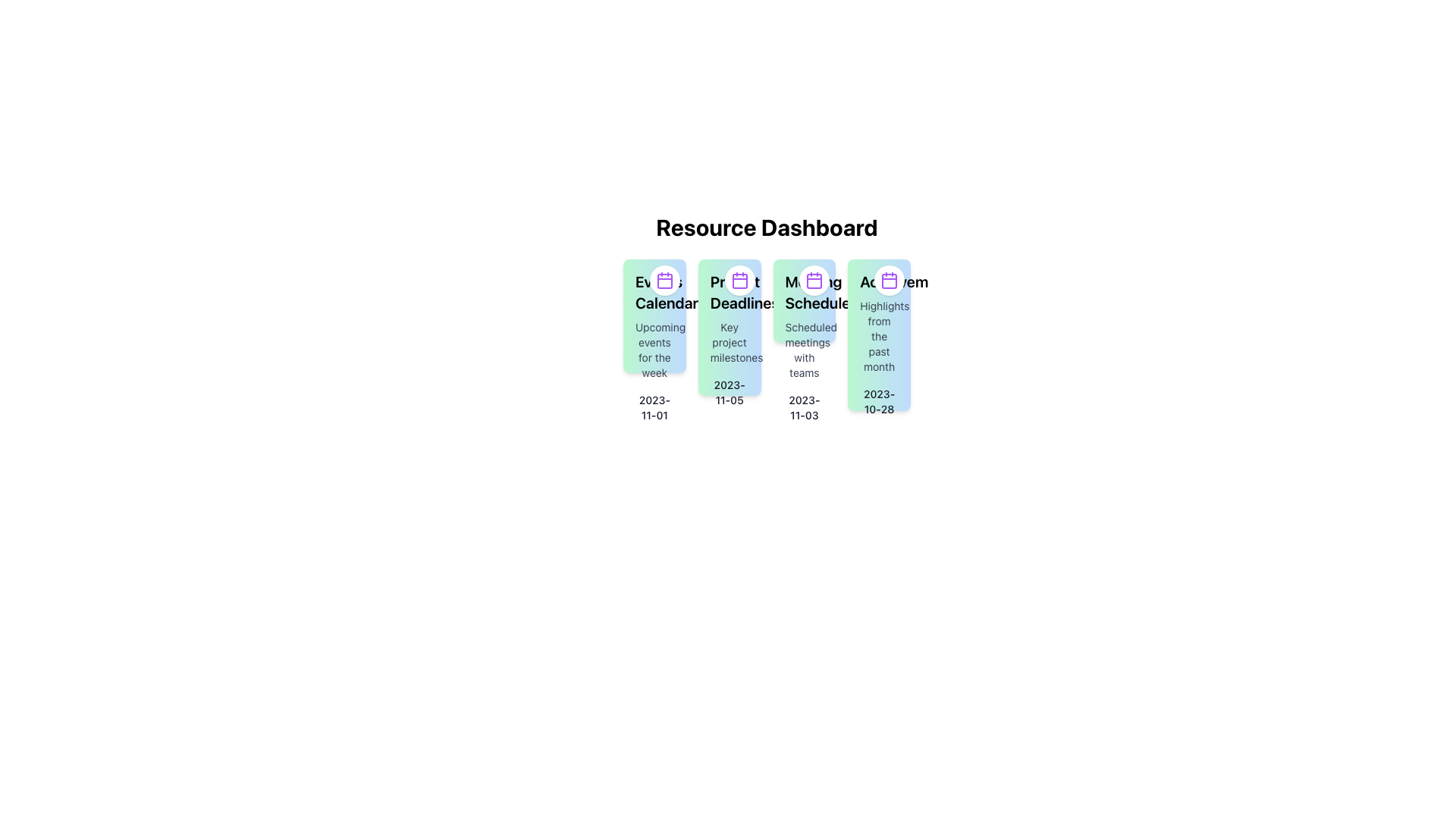 The image size is (1456, 819). What do you see at coordinates (879, 400) in the screenshot?
I see `the static text label displaying a specific date under the 'Highlights from the past month' in the fourth card of the 'Resource Dashboard' panel` at bounding box center [879, 400].